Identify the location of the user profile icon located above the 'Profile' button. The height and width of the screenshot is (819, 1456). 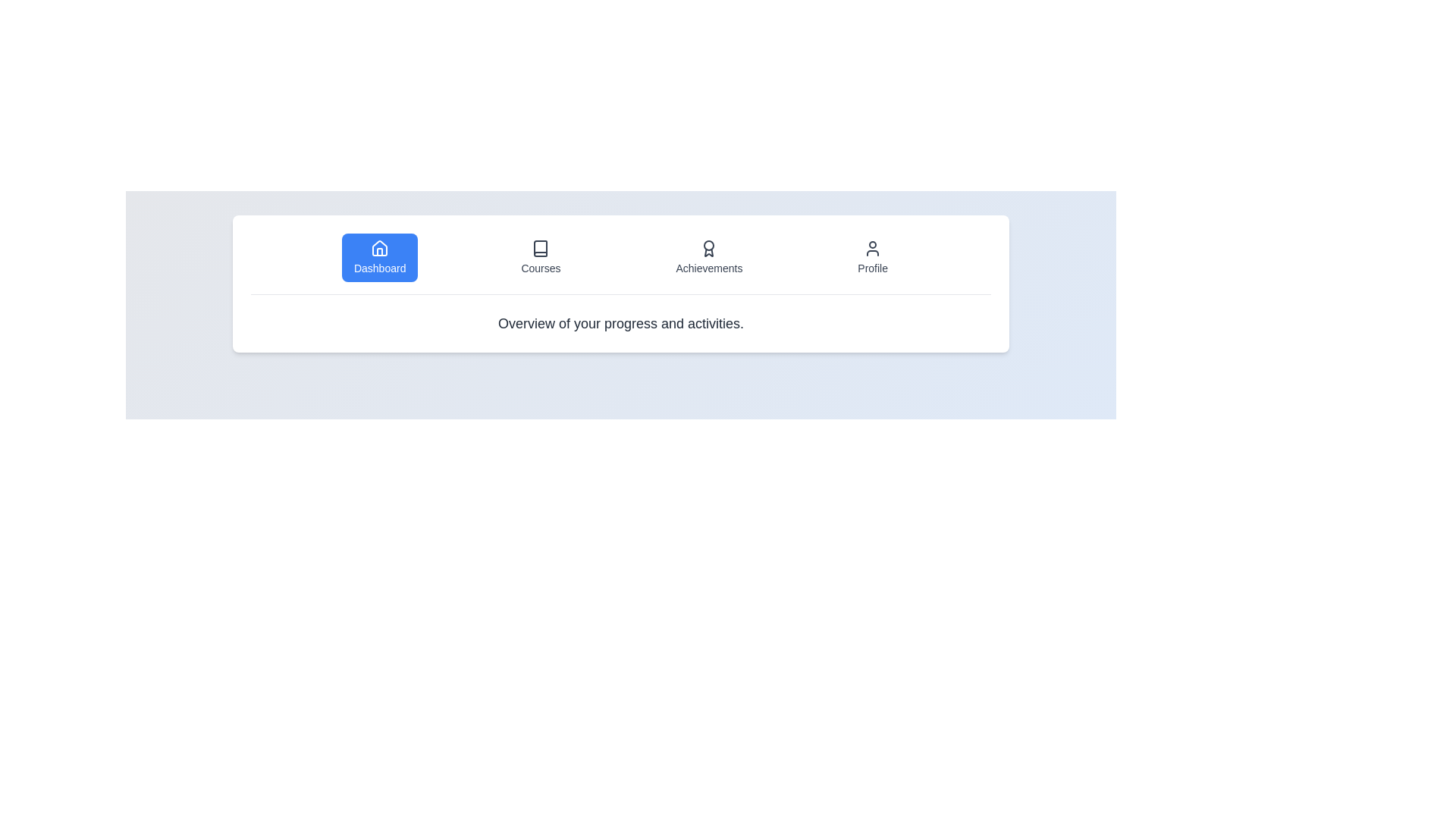
(873, 247).